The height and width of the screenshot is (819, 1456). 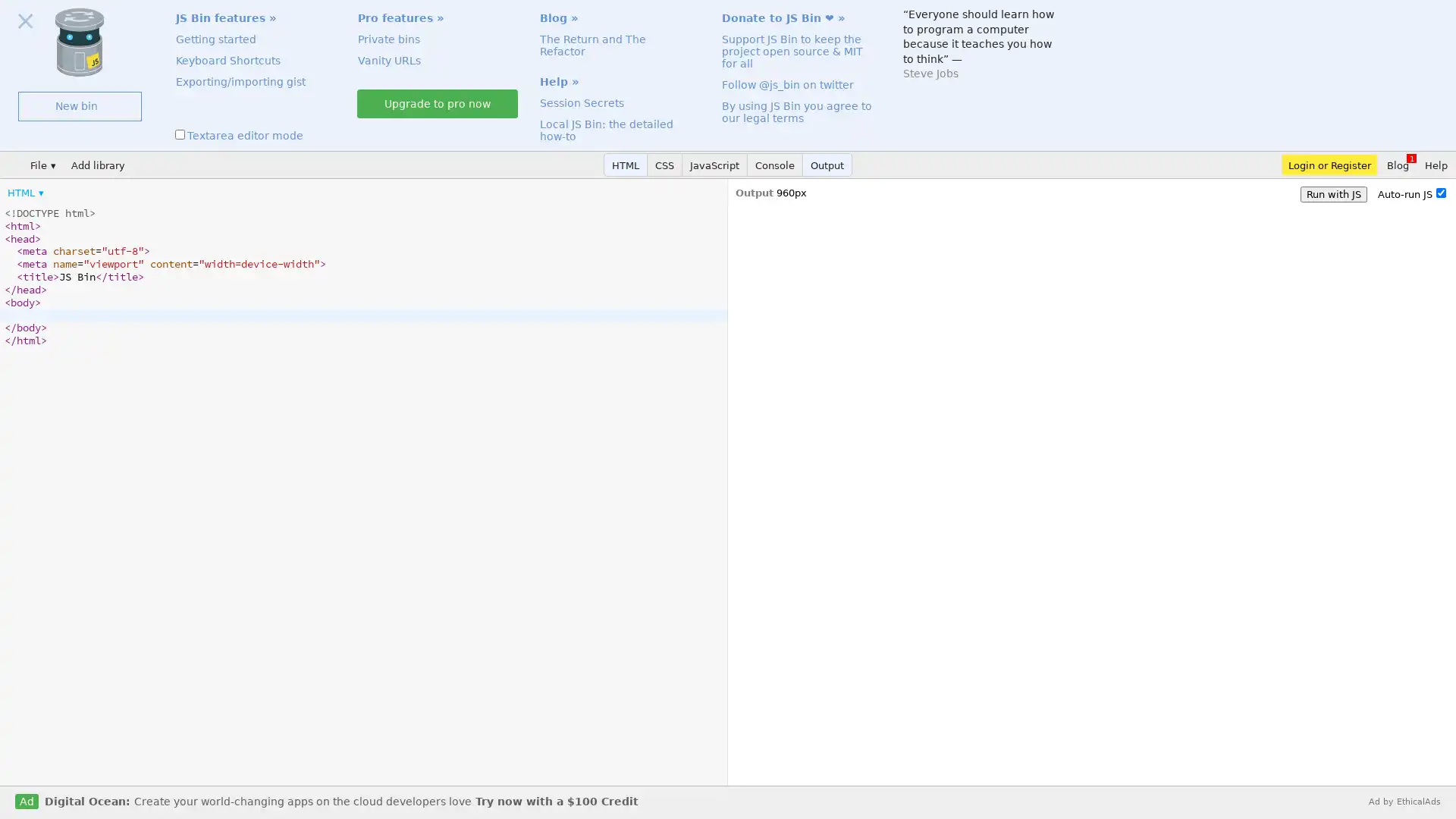 I want to click on CSS Panel: Inactive, so click(x=665, y=165).